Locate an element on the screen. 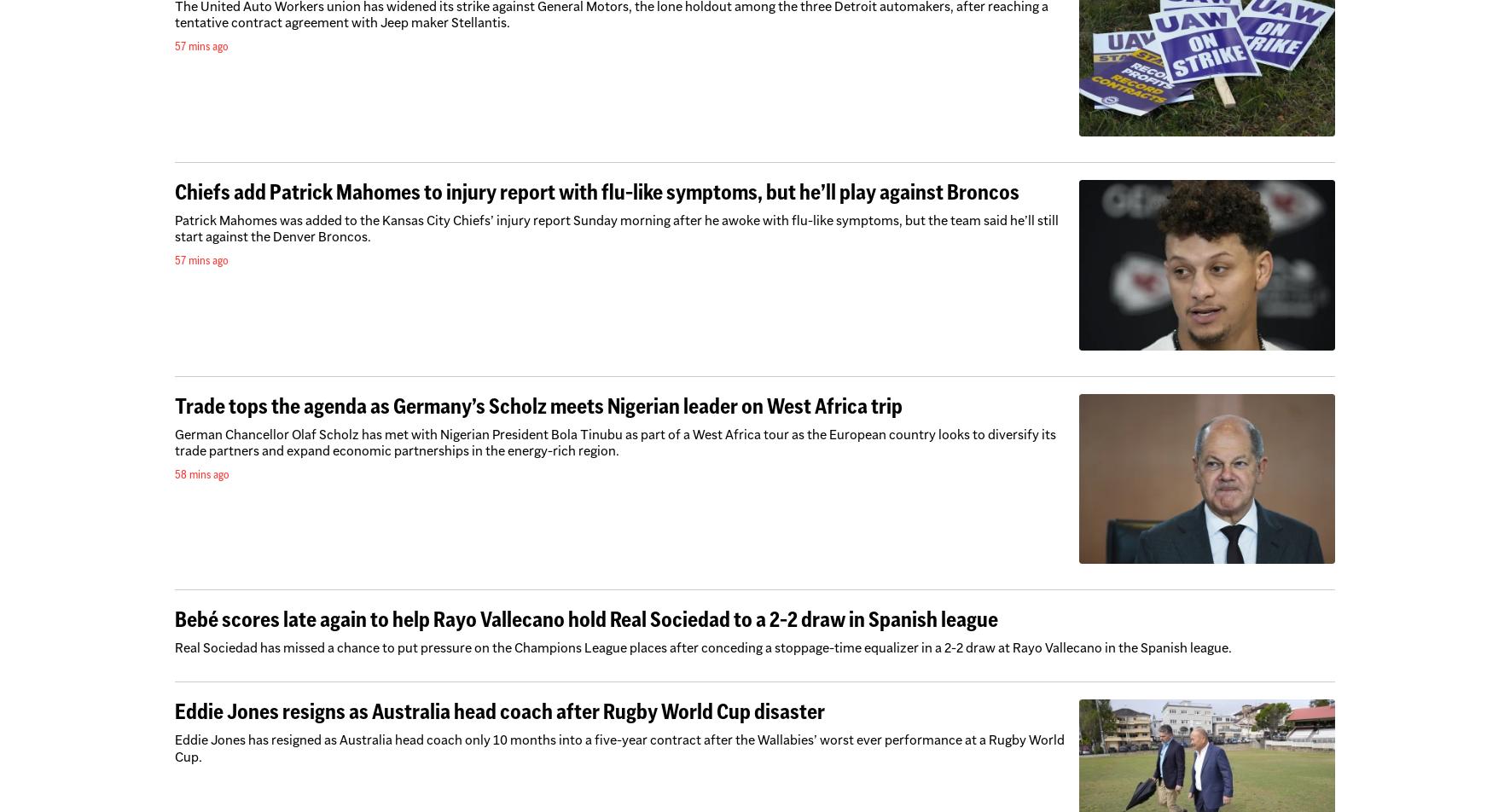 This screenshot has width=1510, height=812. 'Real Sociedad has missed a chance to put pressure on the Champions League places after conceding a stoppage-time equalizer in a 2-2 draw at Rayo Vallecano in the Spanish league.' is located at coordinates (703, 647).